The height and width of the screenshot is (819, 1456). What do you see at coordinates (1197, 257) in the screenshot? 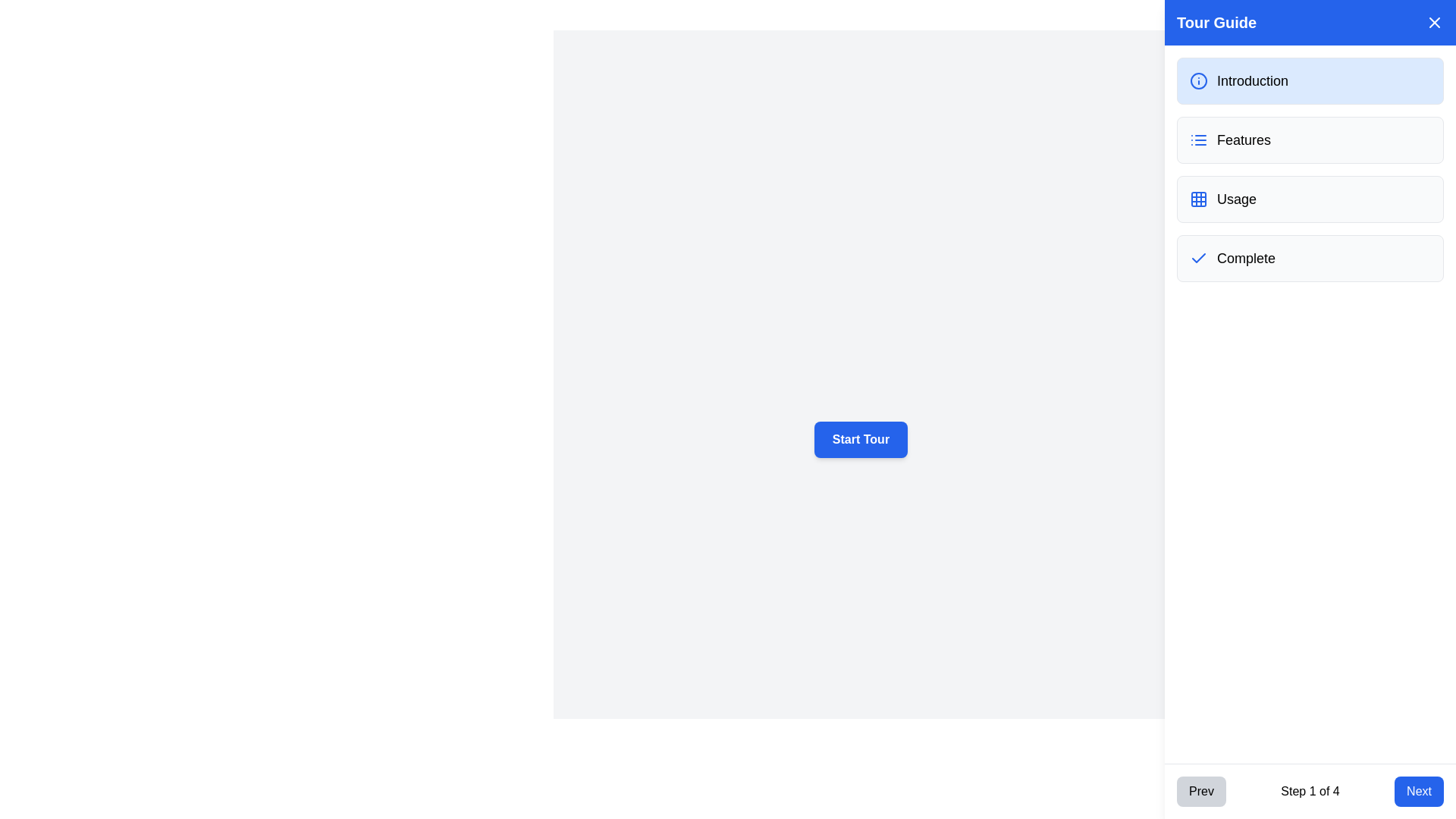
I see `the small blue checkmark icon within the fourth menu item labeled 'Complete' in the 'Tour Guide' sidebar` at bounding box center [1197, 257].